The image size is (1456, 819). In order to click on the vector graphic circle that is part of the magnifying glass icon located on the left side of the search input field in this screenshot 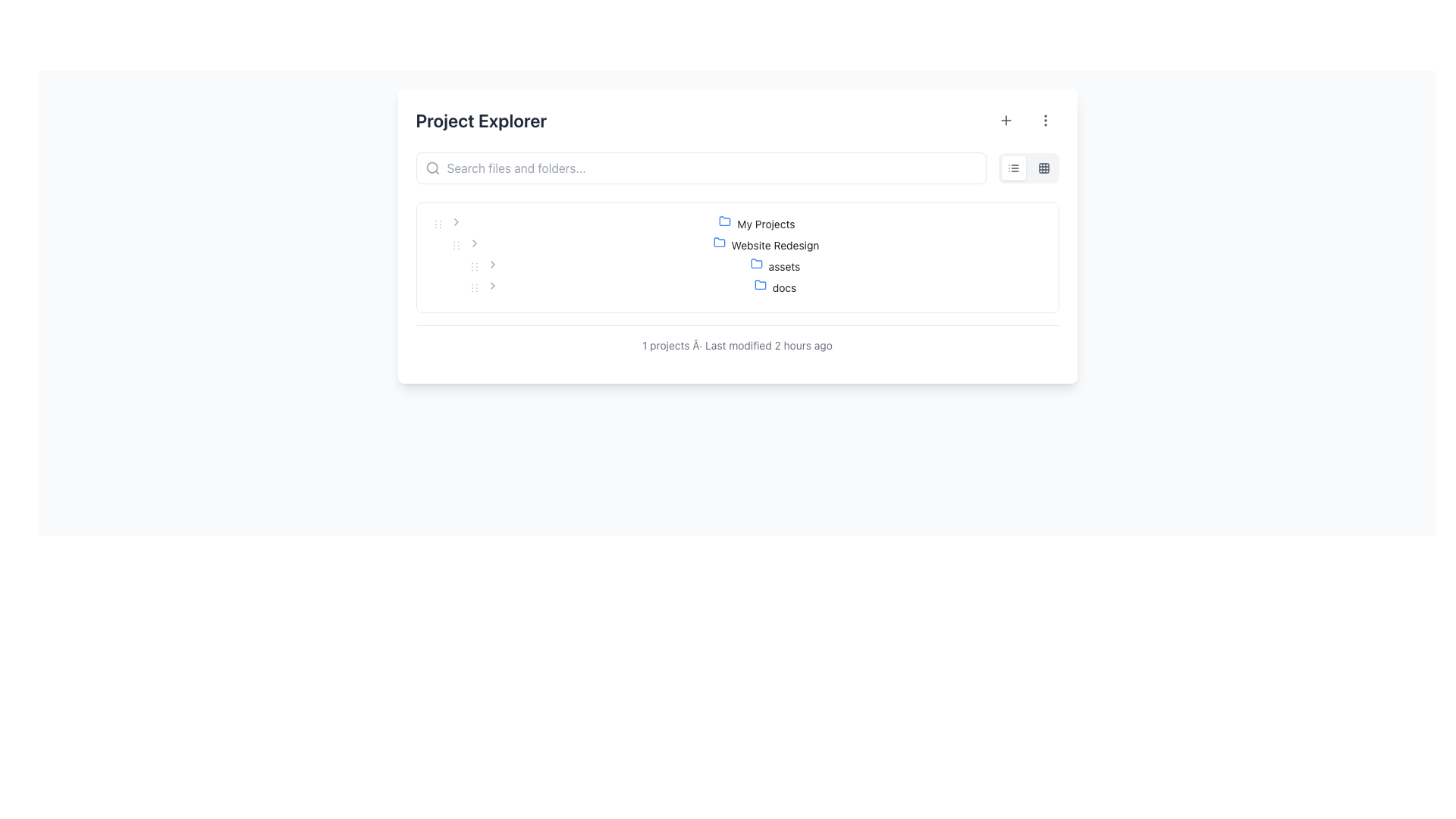, I will do `click(431, 168)`.